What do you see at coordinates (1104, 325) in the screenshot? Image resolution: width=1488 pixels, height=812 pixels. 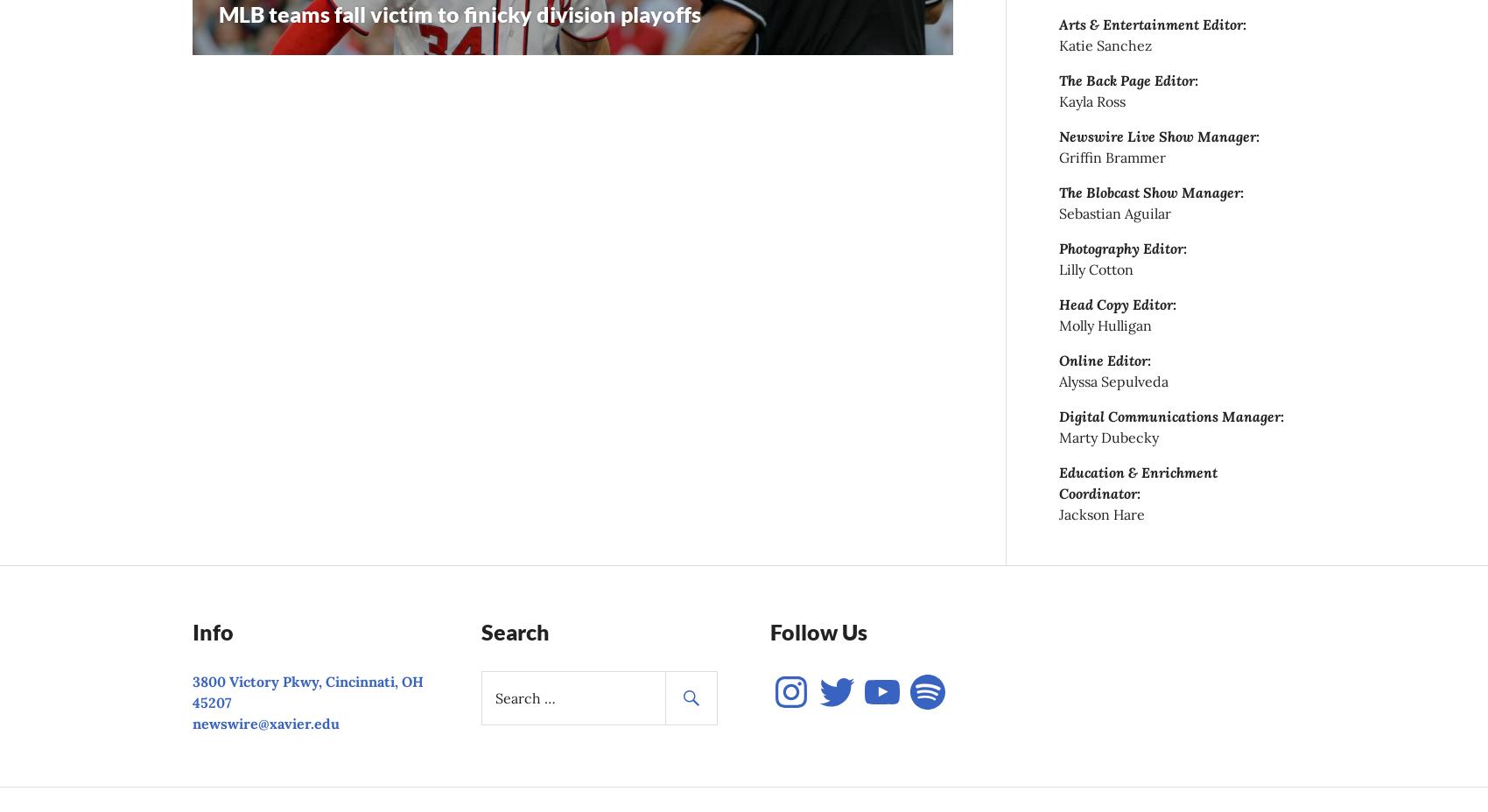 I see `'Molly Hulligan'` at bounding box center [1104, 325].